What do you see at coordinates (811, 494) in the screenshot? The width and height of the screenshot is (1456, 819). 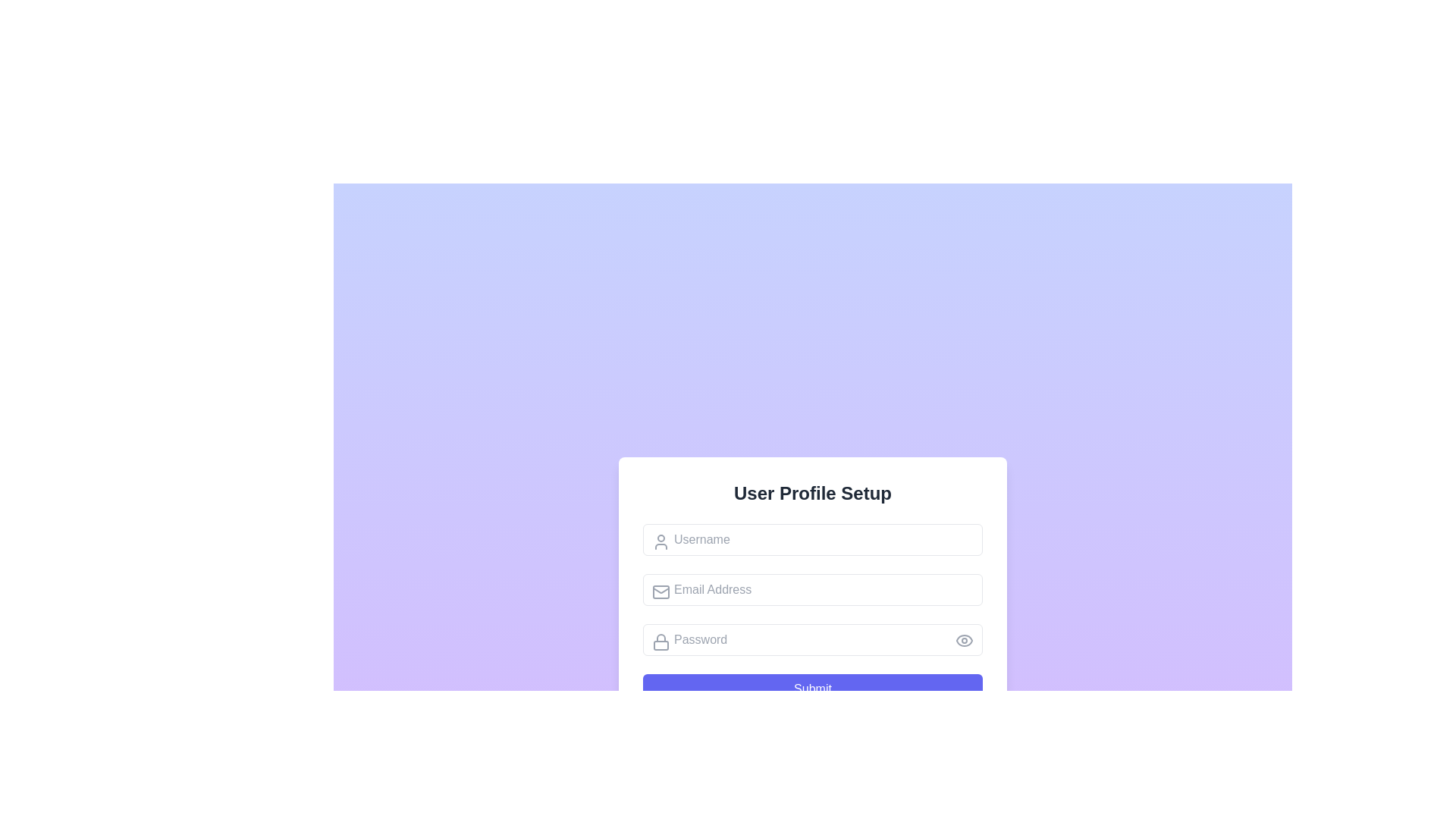 I see `header text 'User Profile Setup' displayed in large, bold font and dark gray color at the top of the user profile setup card` at bounding box center [811, 494].